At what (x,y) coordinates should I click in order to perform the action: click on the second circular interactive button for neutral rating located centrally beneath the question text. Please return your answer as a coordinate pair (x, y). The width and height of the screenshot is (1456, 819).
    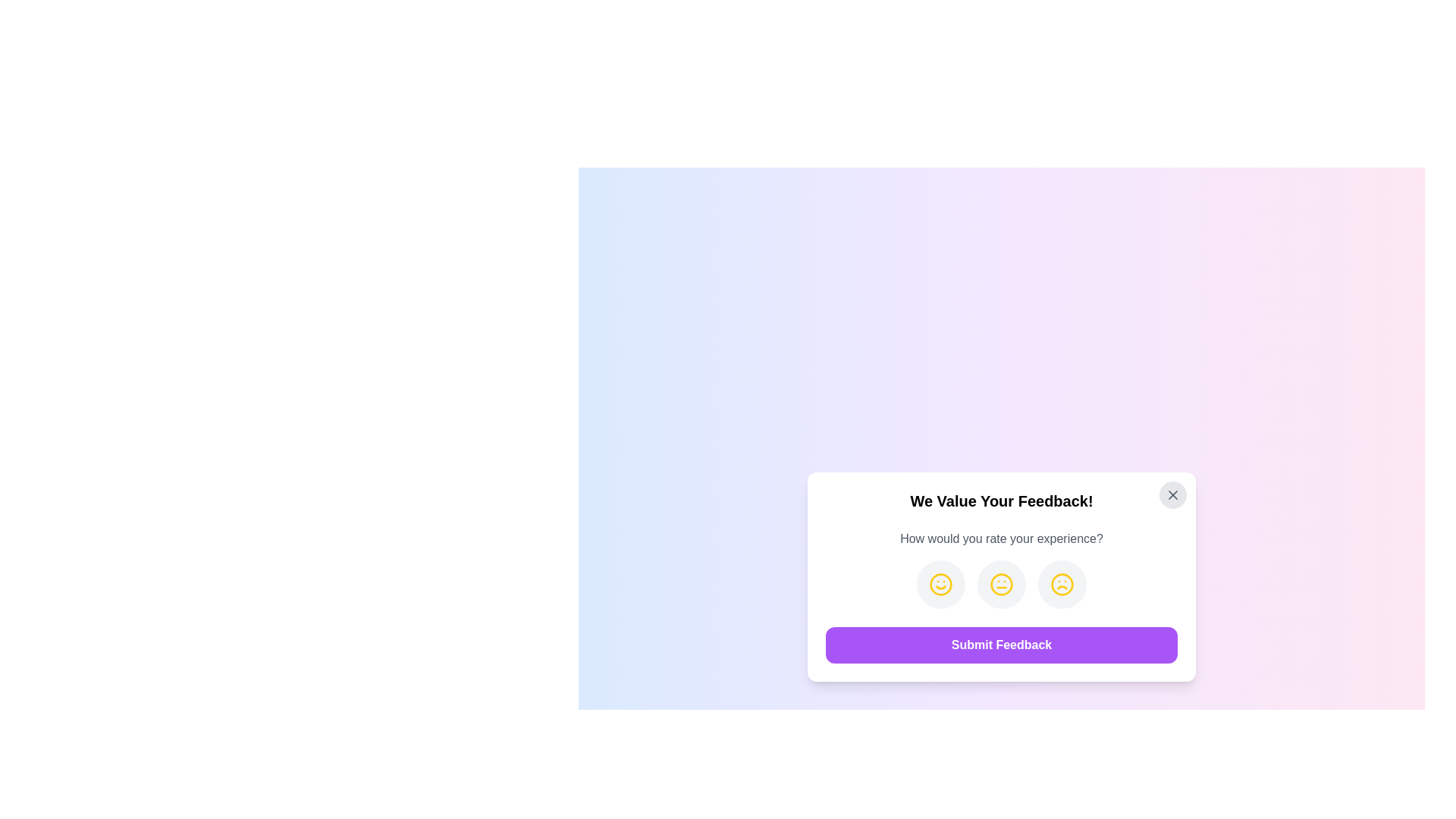
    Looking at the image, I should click on (1001, 584).